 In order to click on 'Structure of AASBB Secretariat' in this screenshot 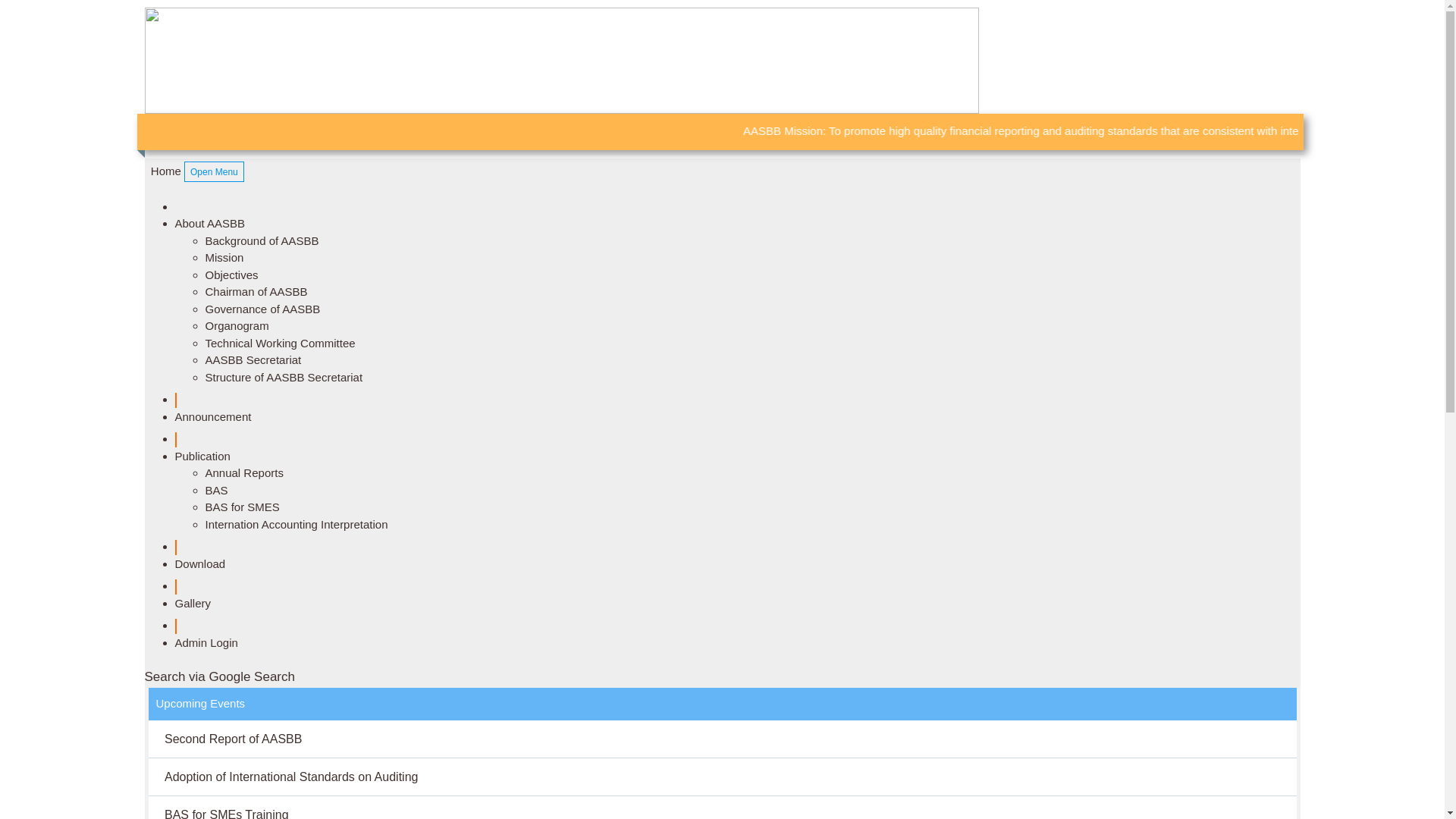, I will do `click(284, 375)`.